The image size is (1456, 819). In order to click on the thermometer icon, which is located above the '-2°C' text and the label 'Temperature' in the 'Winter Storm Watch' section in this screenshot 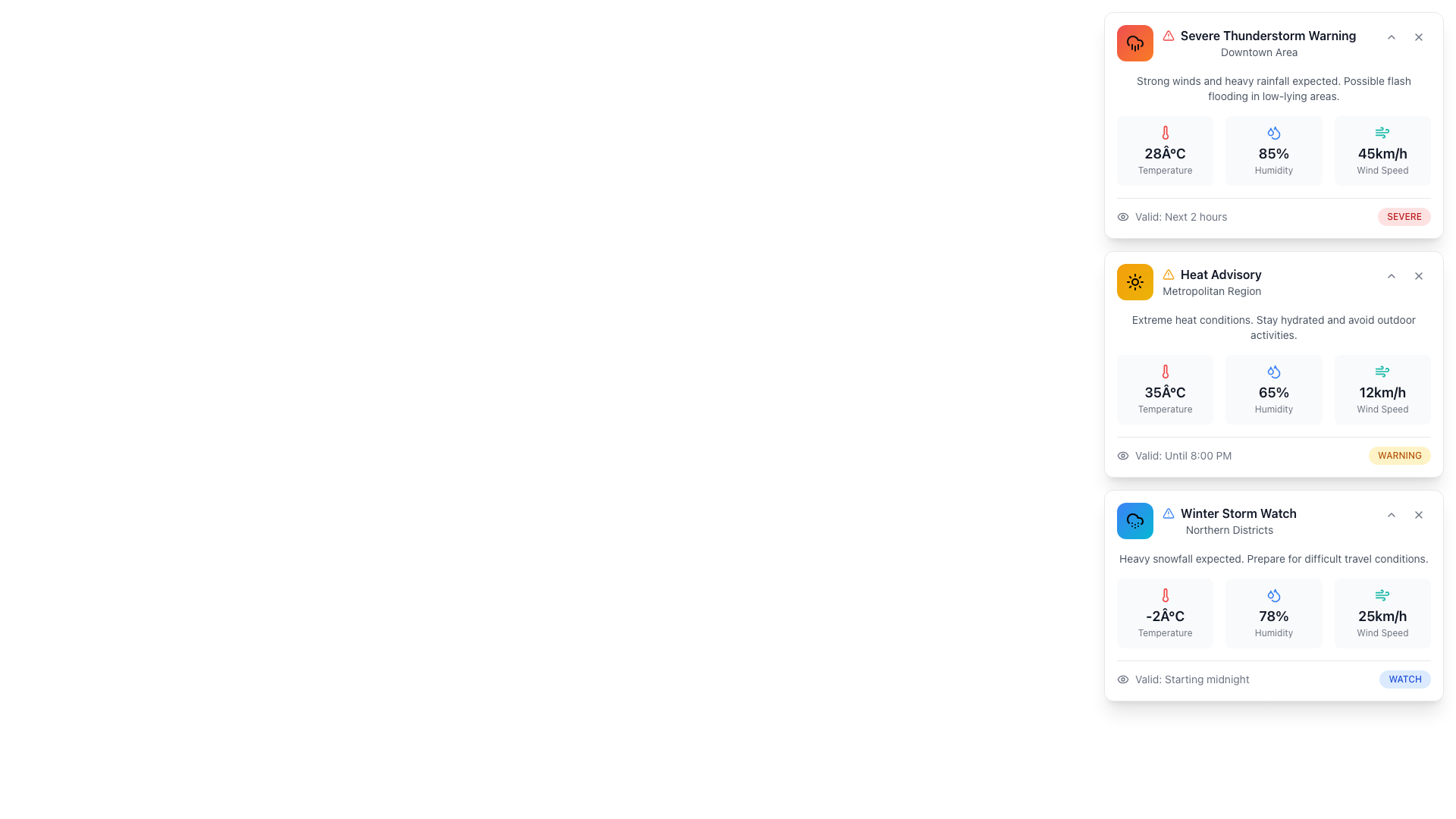, I will do `click(1164, 595)`.